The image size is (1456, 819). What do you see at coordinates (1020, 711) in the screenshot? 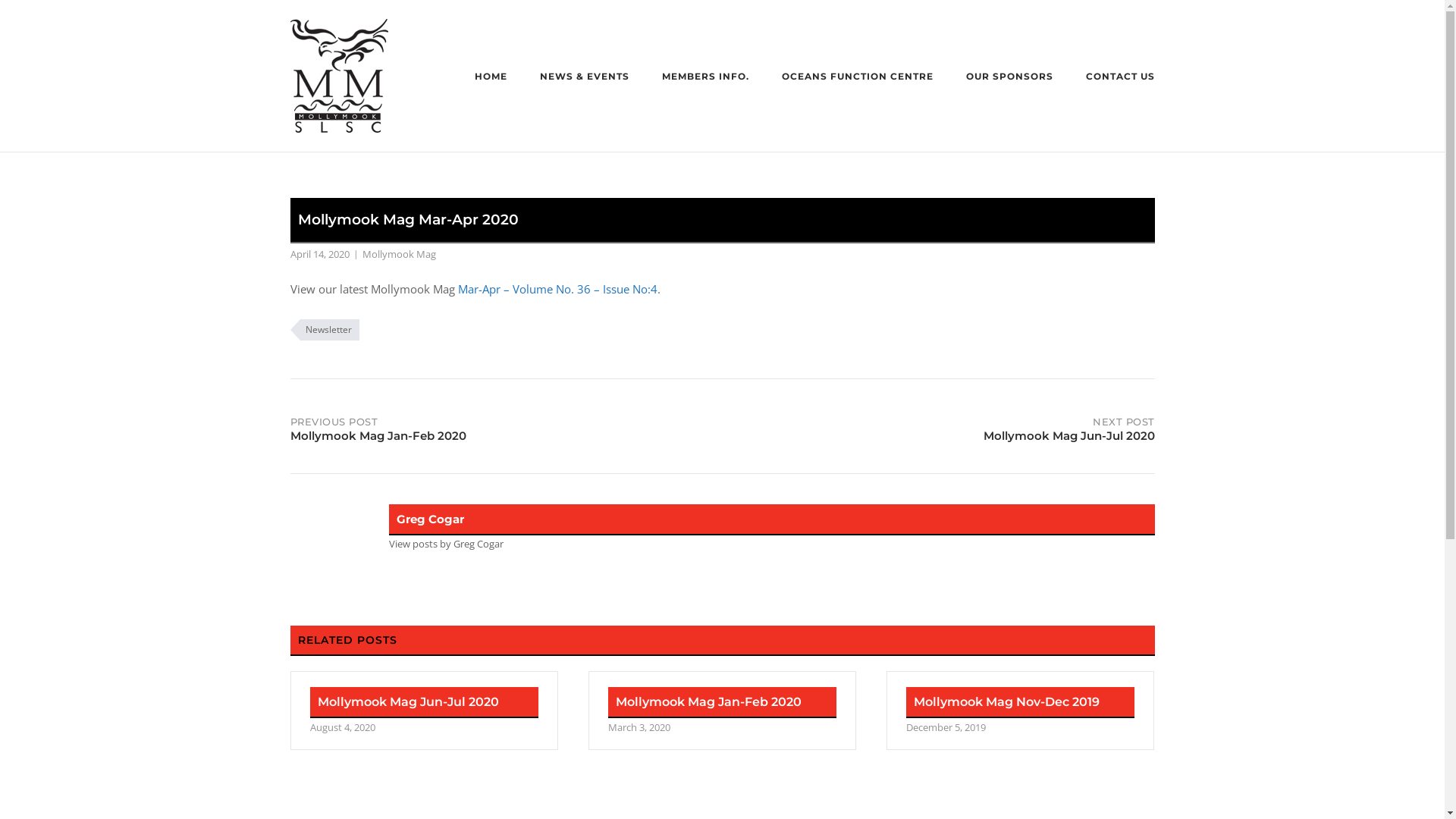
I see `'Mollymook Mag Nov-Dec 2019` at bounding box center [1020, 711].